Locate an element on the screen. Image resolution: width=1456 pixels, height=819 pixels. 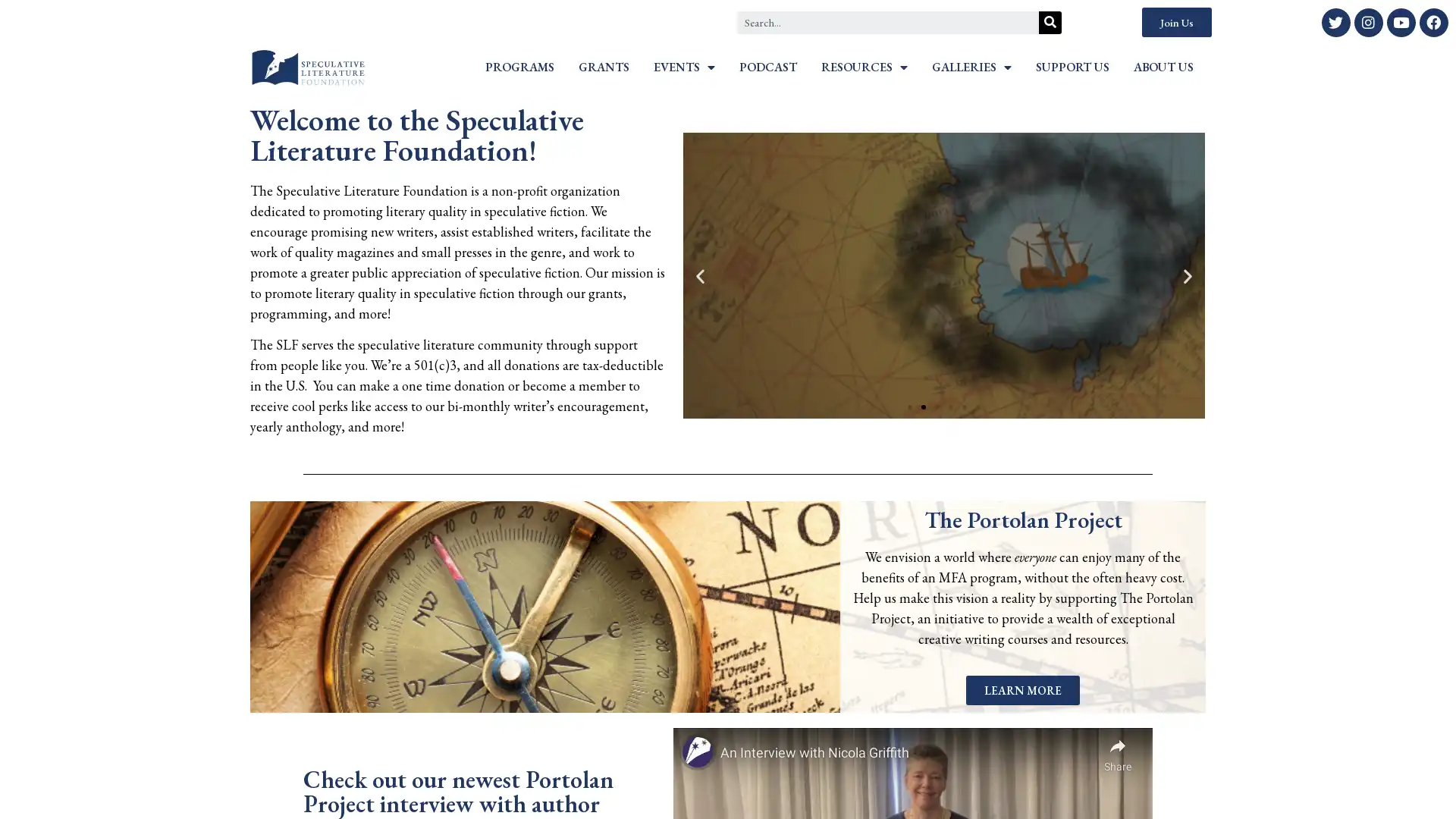
Search is located at coordinates (1050, 22).